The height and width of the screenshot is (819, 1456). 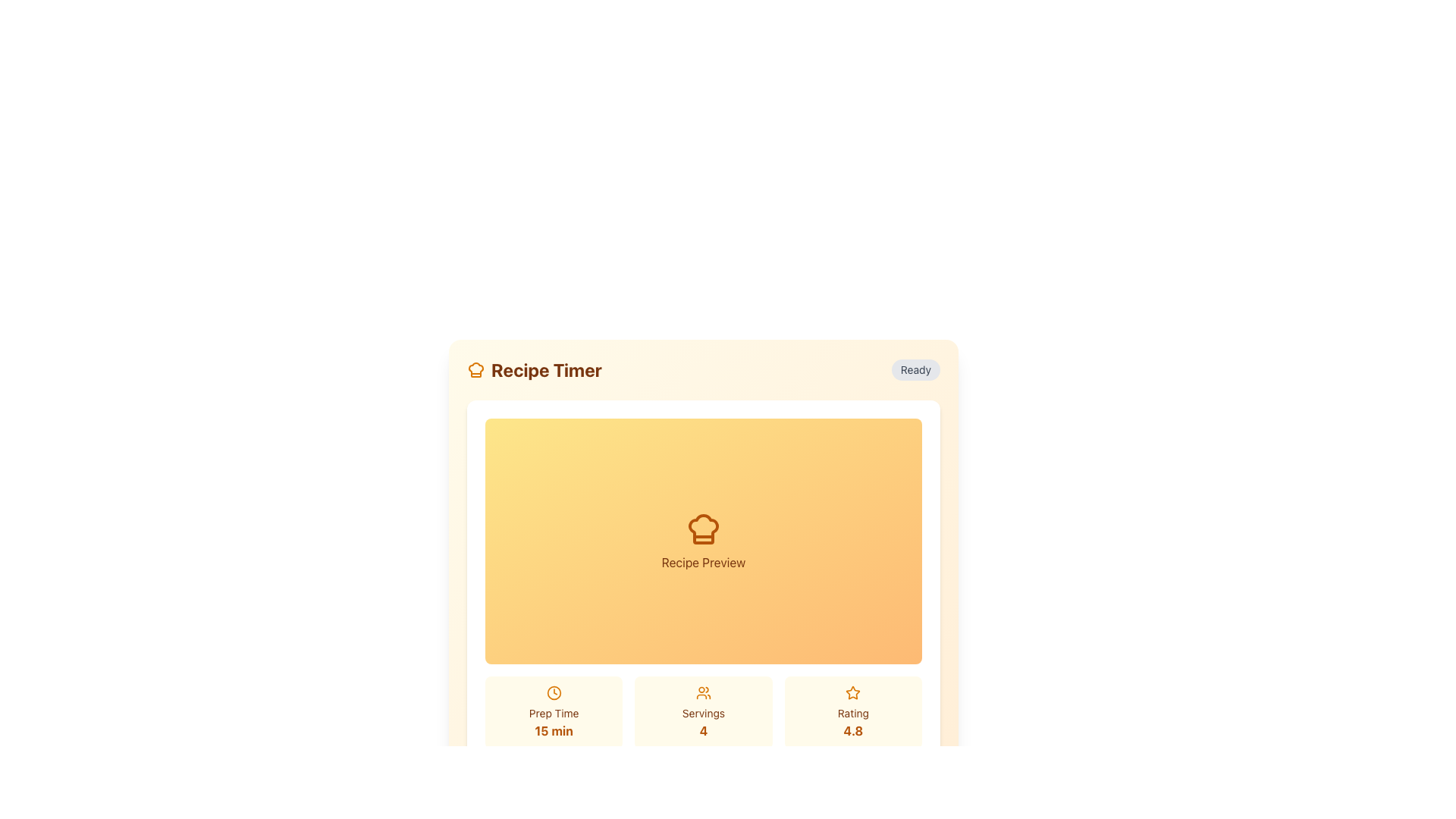 What do you see at coordinates (702, 713) in the screenshot?
I see `the Informational card that provides information about the number of servings associated with the displayed recipe, located in the center of a horizontal row beneath the 'Recipe Preview' section` at bounding box center [702, 713].